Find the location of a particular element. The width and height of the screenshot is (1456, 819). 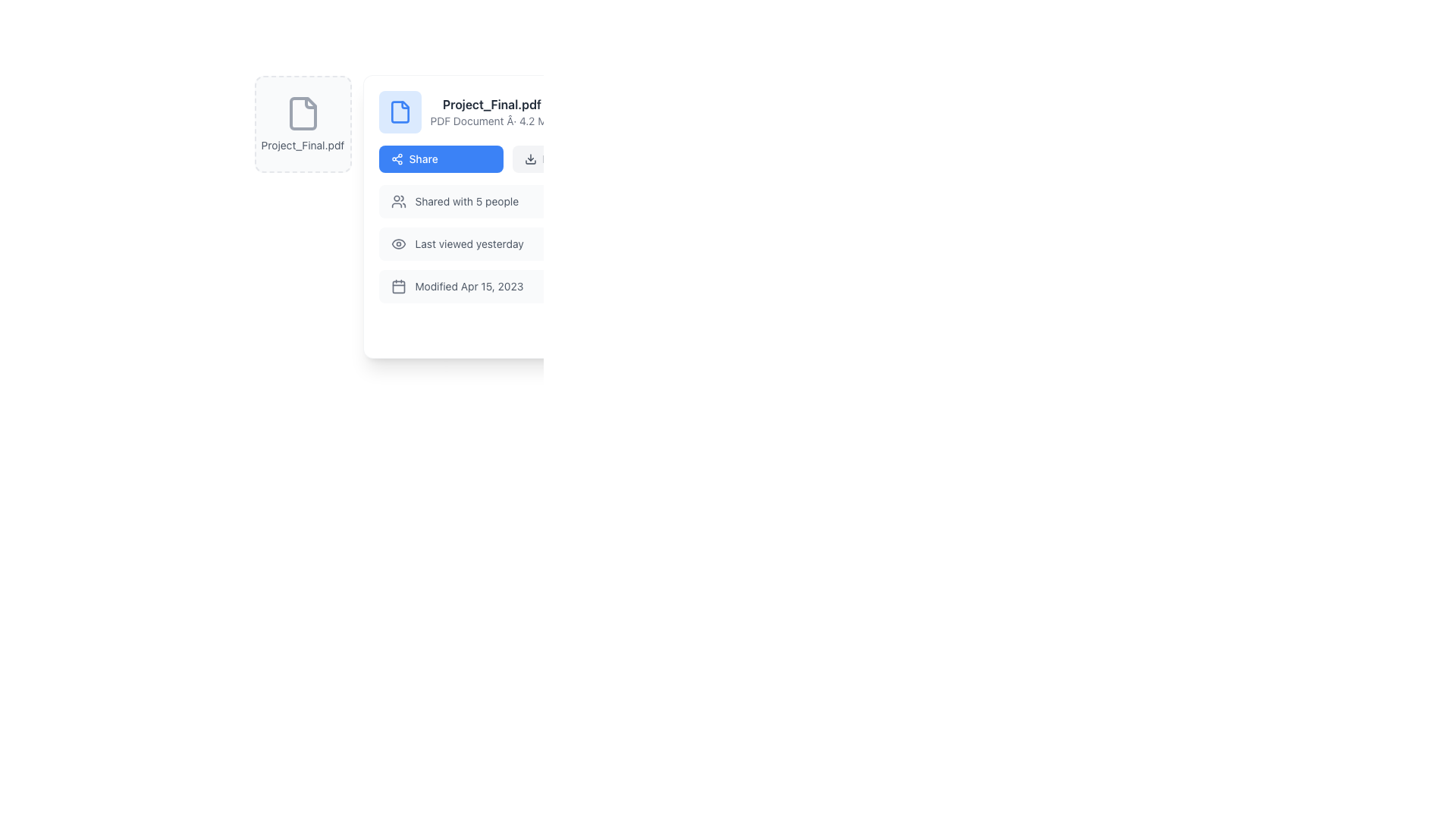

the blue file document icon located at the top-left corner of the pop-up informational card for 'Project_Final.pdf' is located at coordinates (400, 111).